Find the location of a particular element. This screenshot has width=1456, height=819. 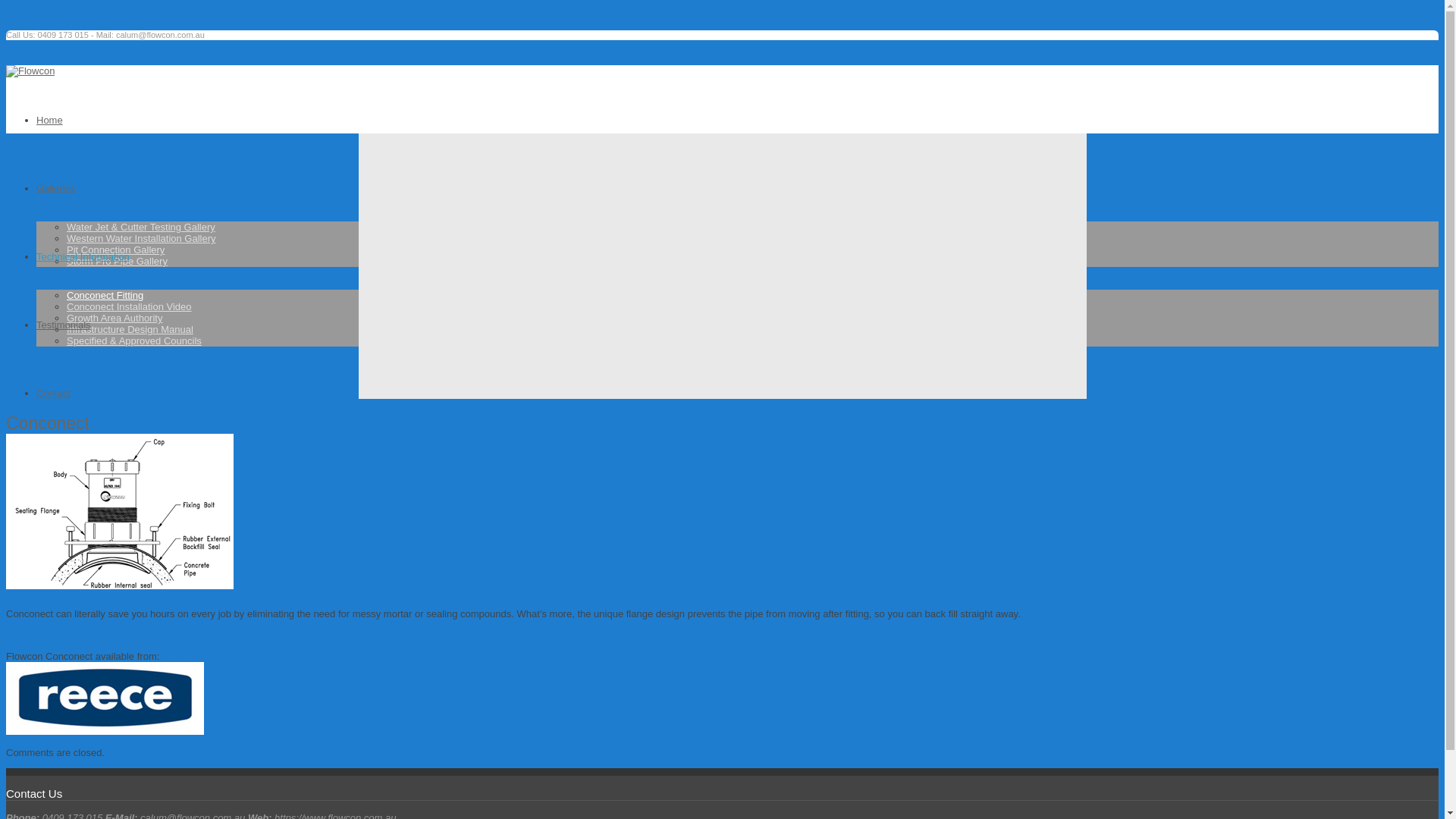

'Conconect Fitting' is located at coordinates (104, 295).